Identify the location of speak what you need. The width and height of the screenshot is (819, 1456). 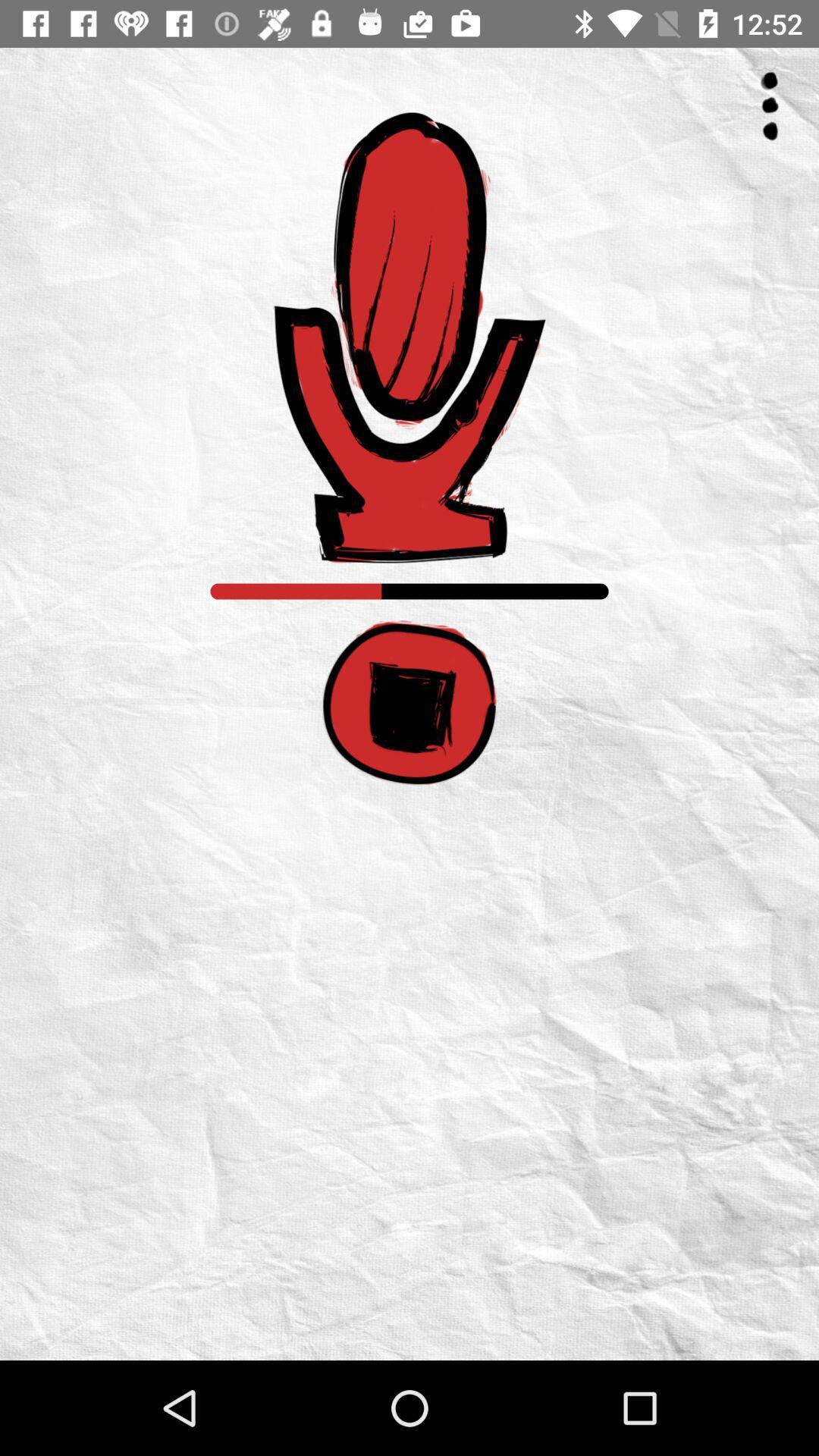
(409, 337).